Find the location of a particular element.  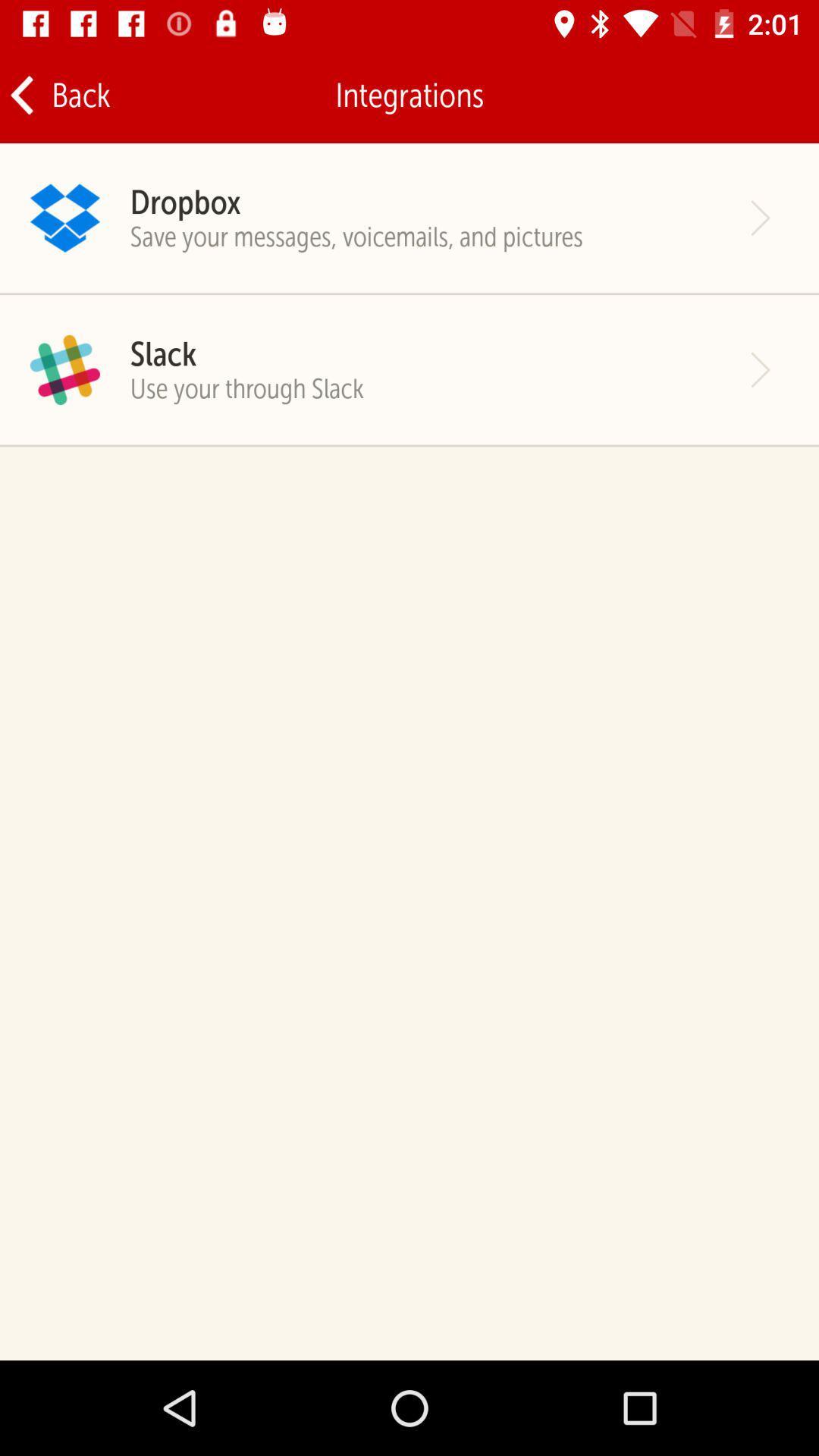

use your through is located at coordinates (246, 388).